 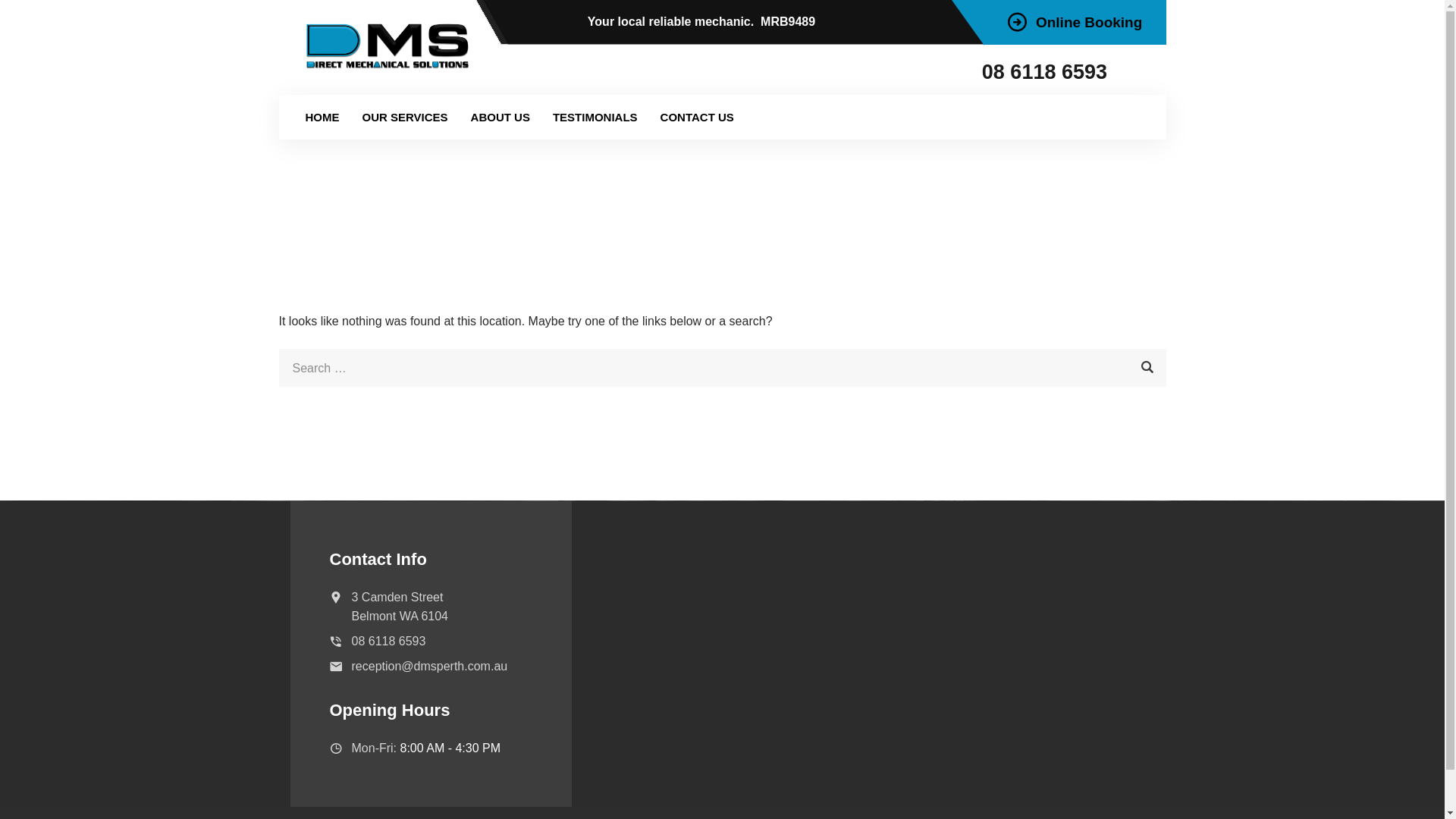 I want to click on 'ABOUT US', so click(x=458, y=116).